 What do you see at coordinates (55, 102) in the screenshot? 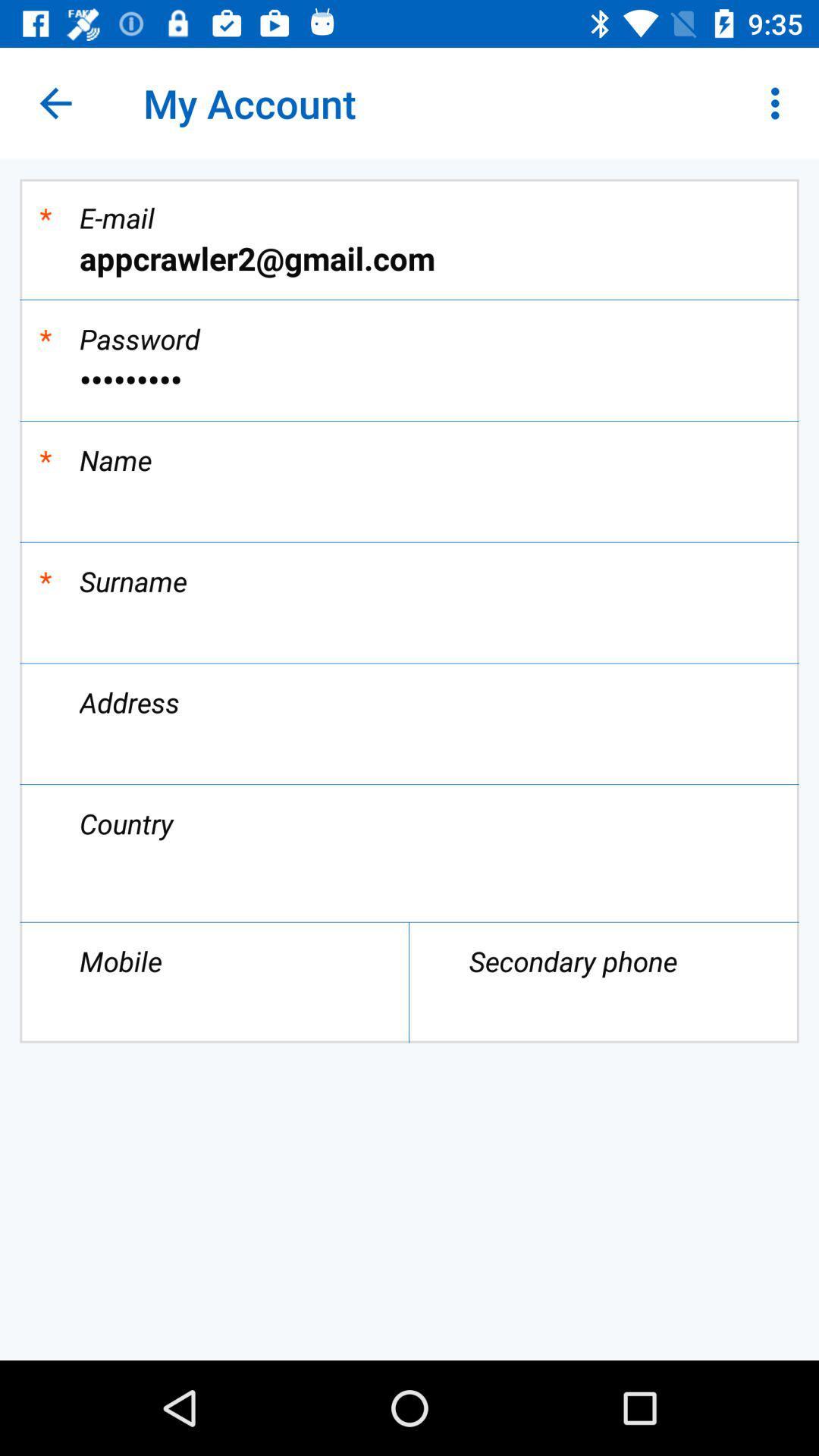
I see `the icon to the left of my account icon` at bounding box center [55, 102].